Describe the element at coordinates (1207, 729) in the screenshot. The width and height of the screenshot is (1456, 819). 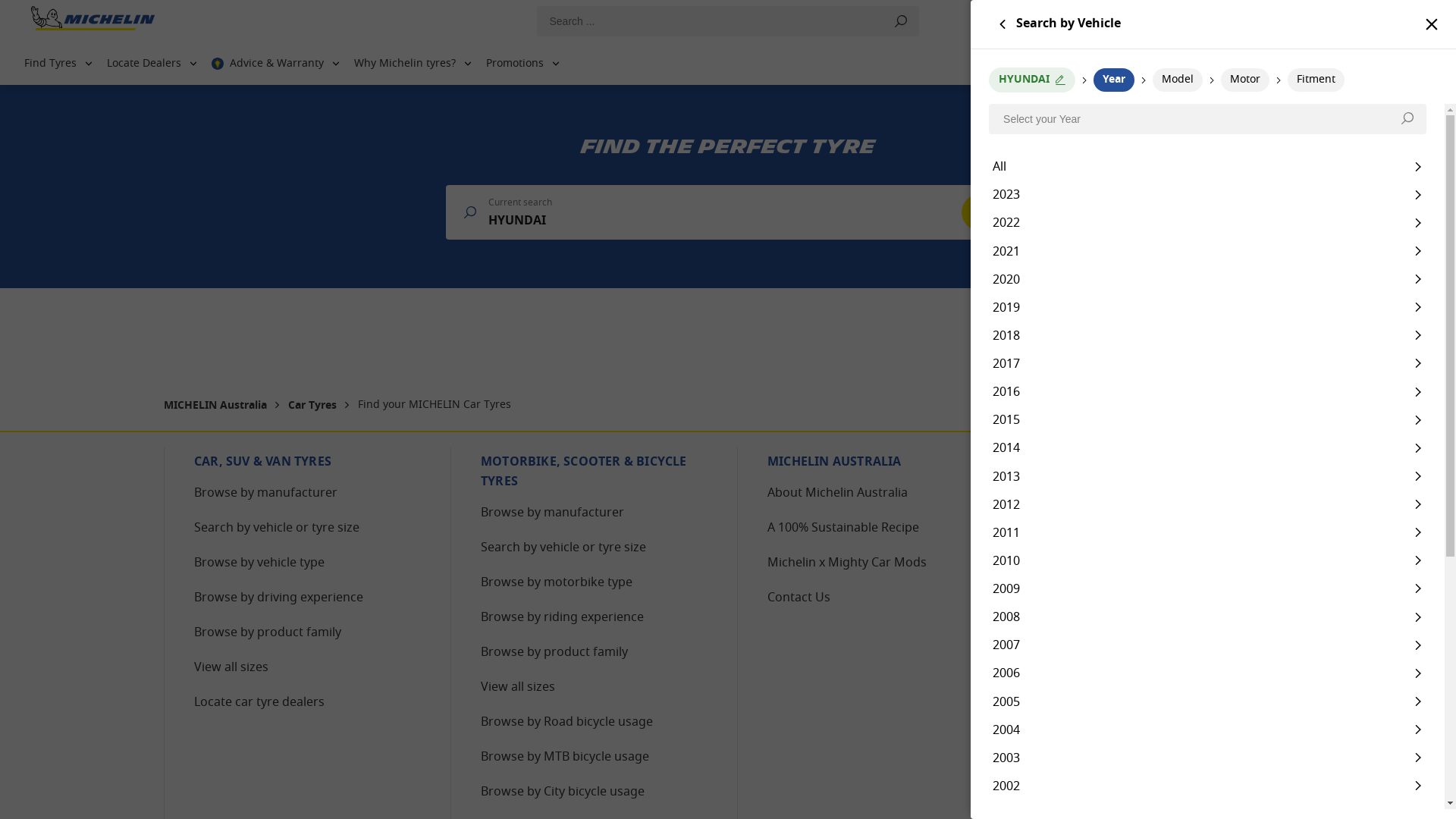
I see `'2004'` at that location.